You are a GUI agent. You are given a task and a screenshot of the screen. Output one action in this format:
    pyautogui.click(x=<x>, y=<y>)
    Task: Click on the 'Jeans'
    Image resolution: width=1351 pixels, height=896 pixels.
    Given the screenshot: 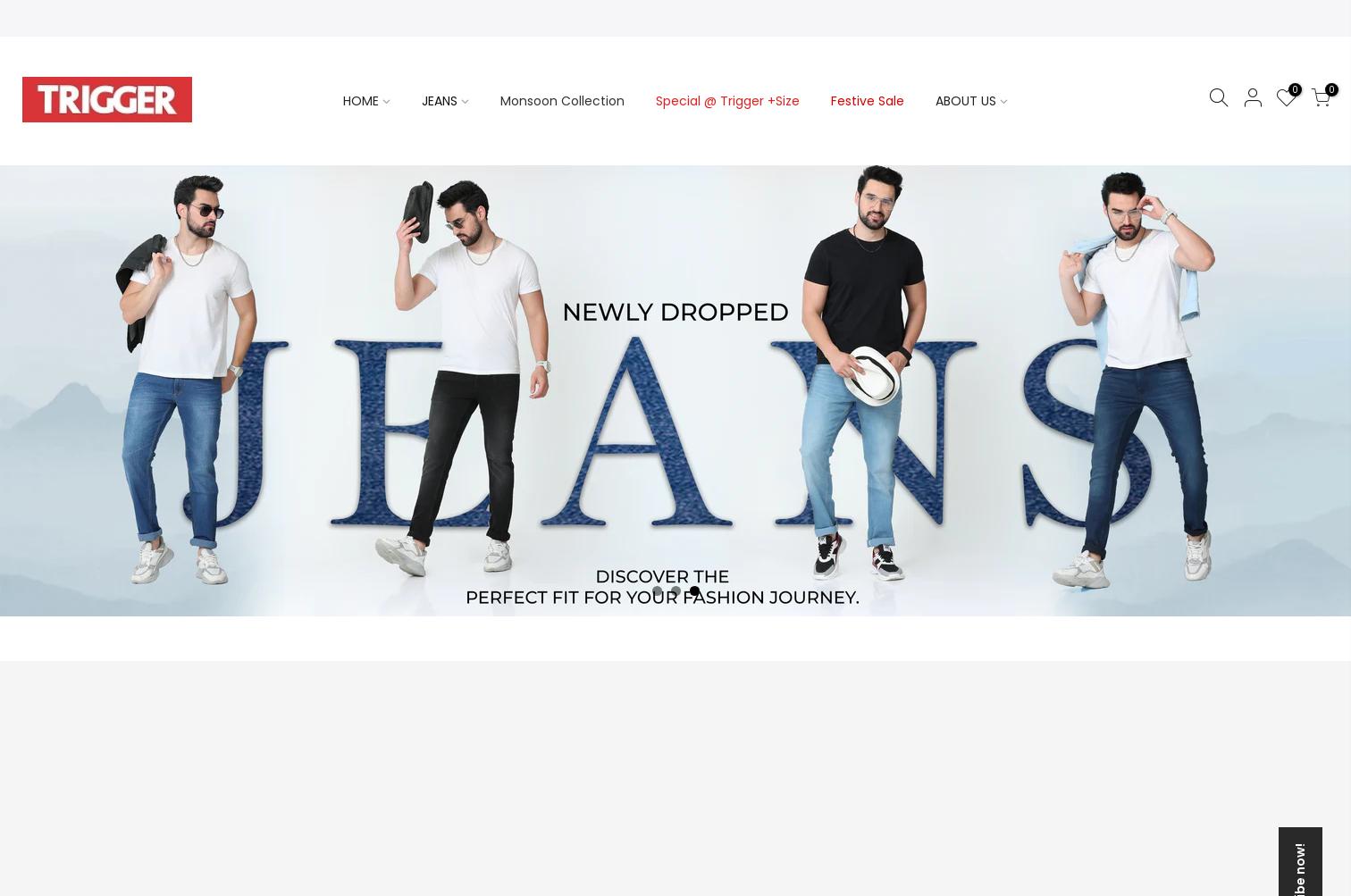 What is the action you would take?
    pyautogui.click(x=215, y=263)
    